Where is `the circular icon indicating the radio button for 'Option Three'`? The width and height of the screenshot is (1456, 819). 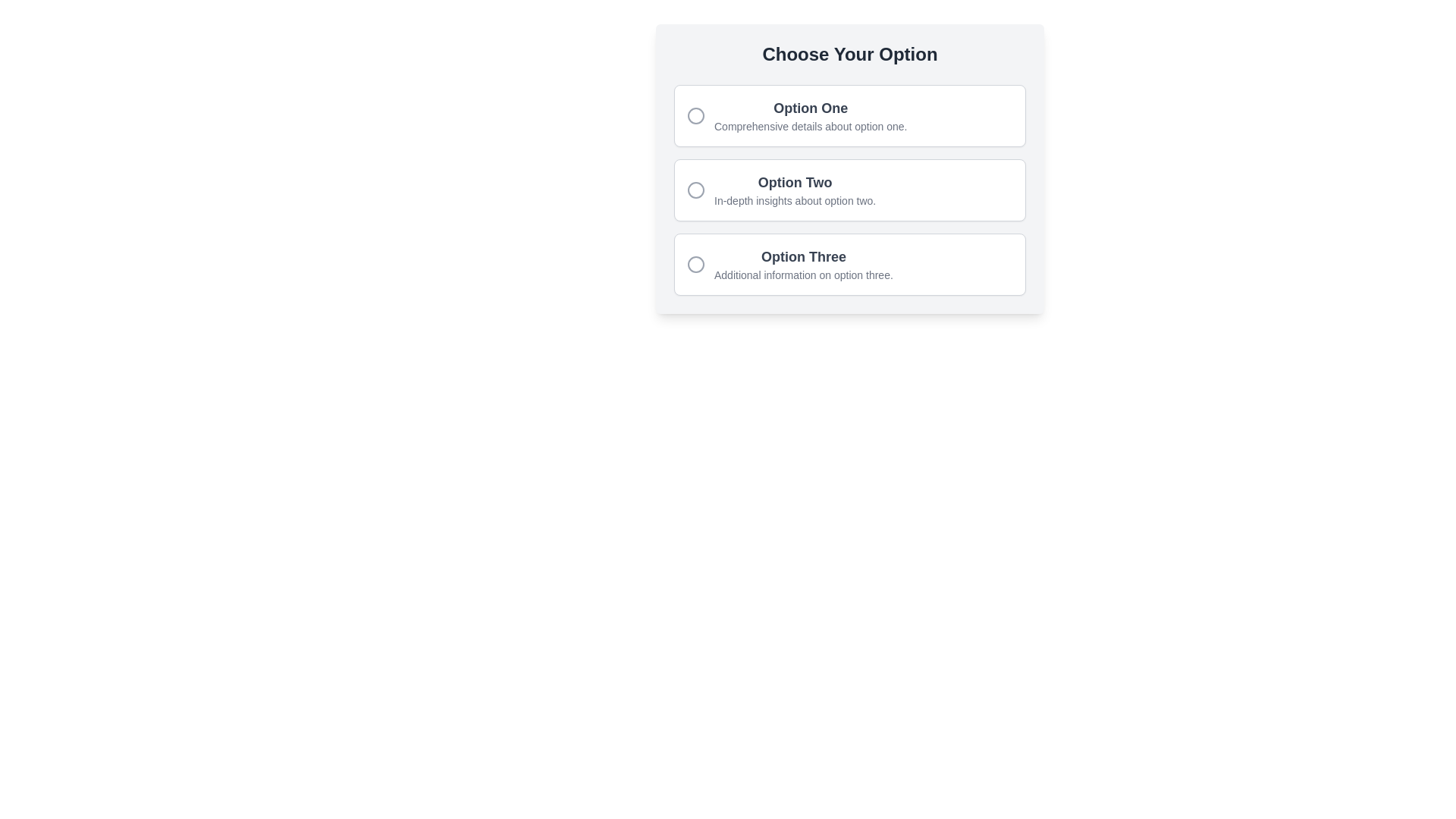 the circular icon indicating the radio button for 'Option Three' is located at coordinates (695, 263).